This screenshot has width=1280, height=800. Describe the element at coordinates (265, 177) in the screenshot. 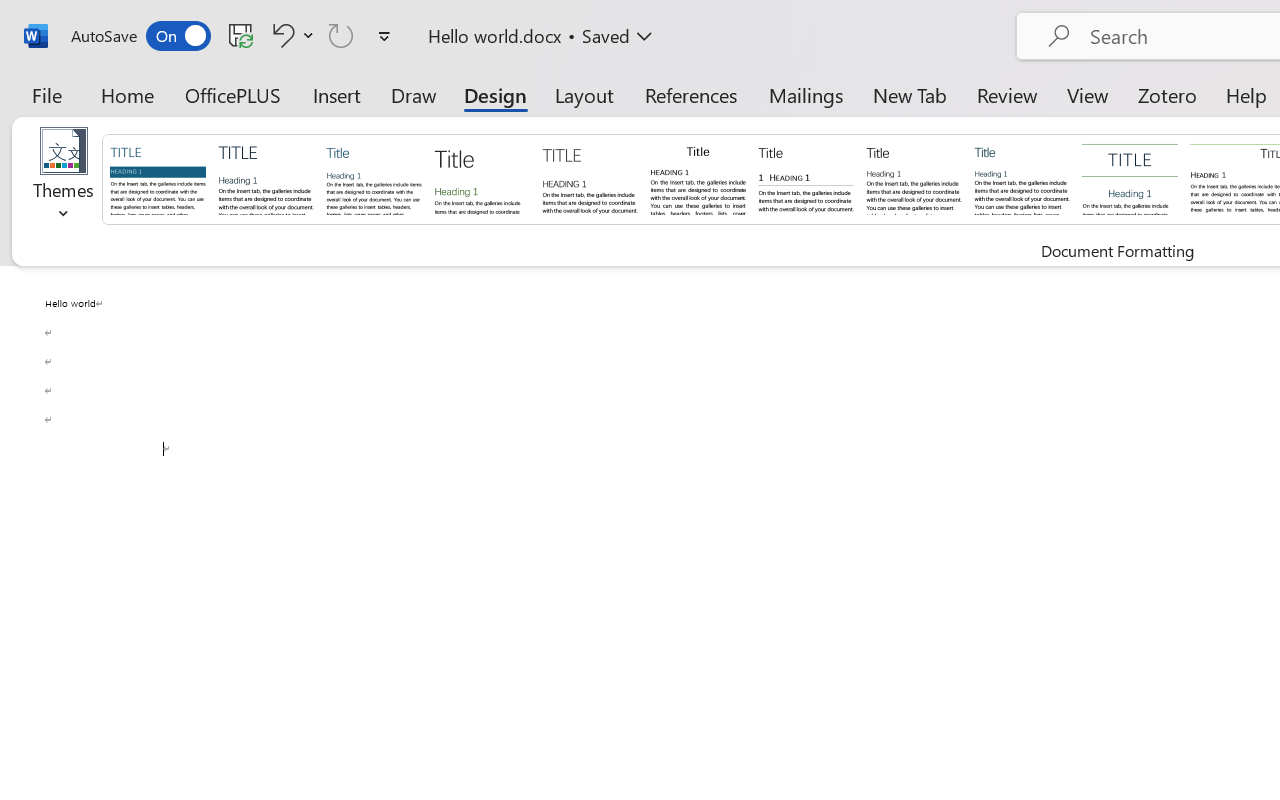

I see `'Basic (Elegant)'` at that location.